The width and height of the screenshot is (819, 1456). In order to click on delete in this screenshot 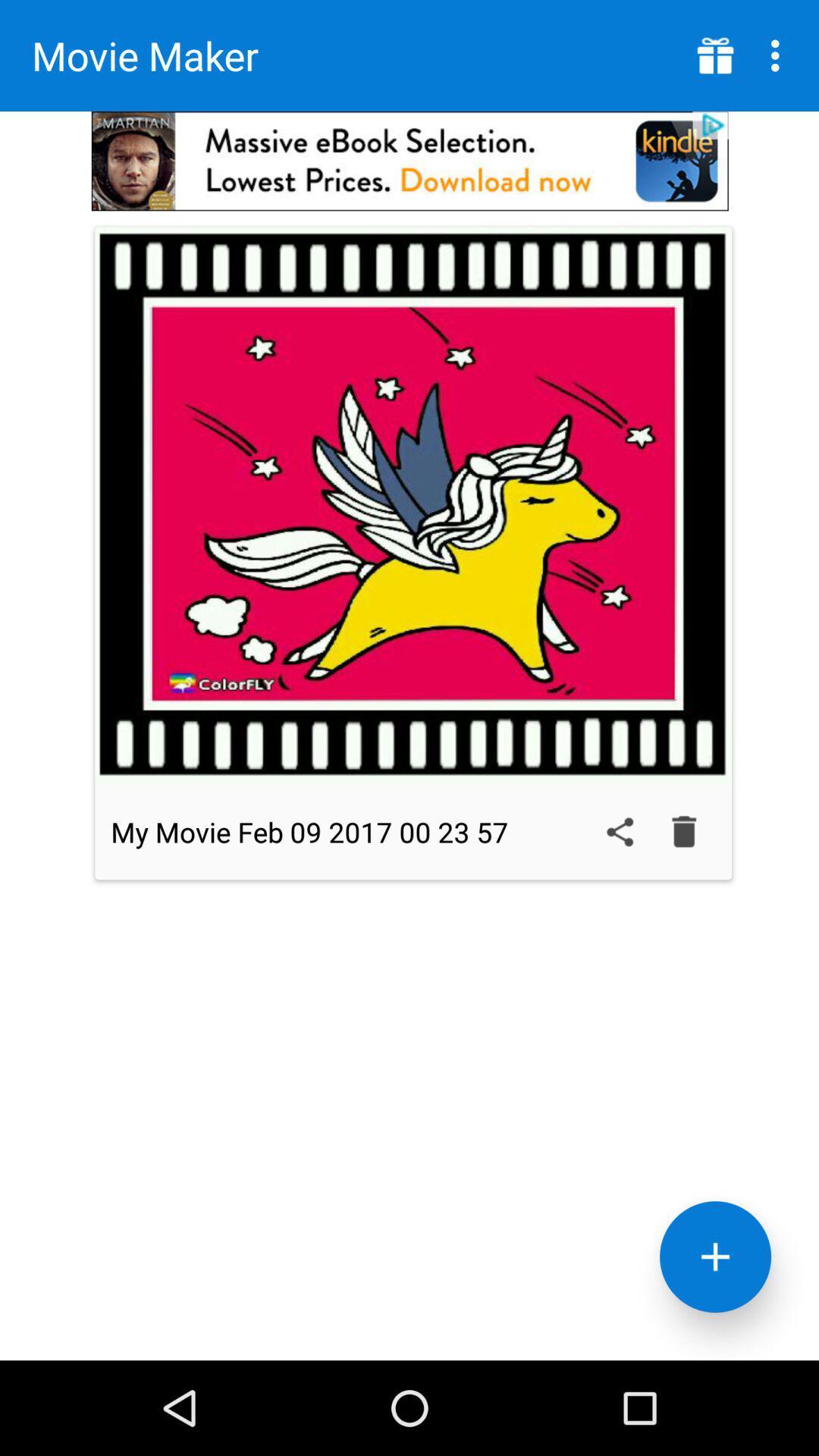, I will do `click(684, 831)`.